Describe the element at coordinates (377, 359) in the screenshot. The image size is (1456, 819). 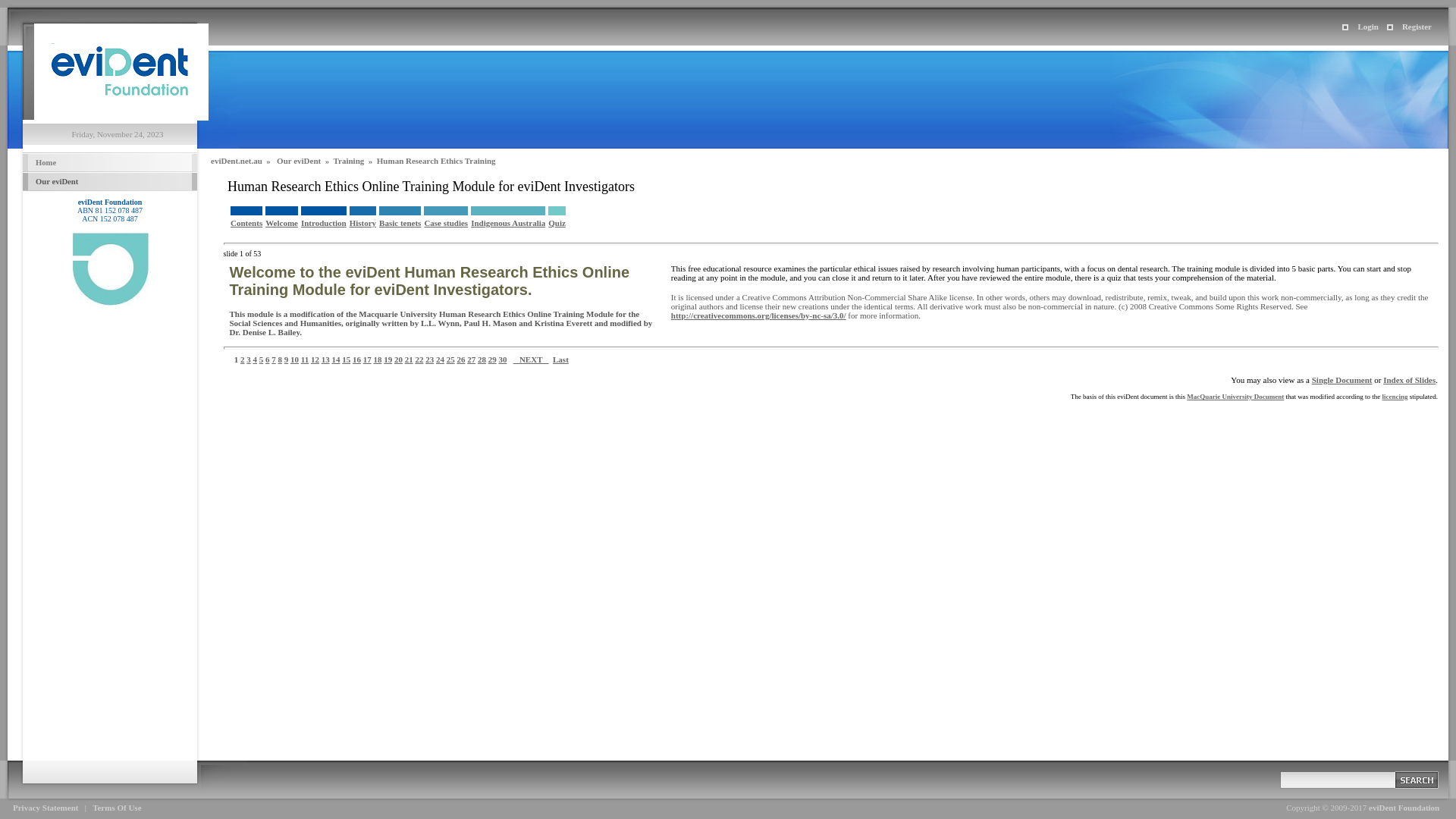
I see `'18'` at that location.